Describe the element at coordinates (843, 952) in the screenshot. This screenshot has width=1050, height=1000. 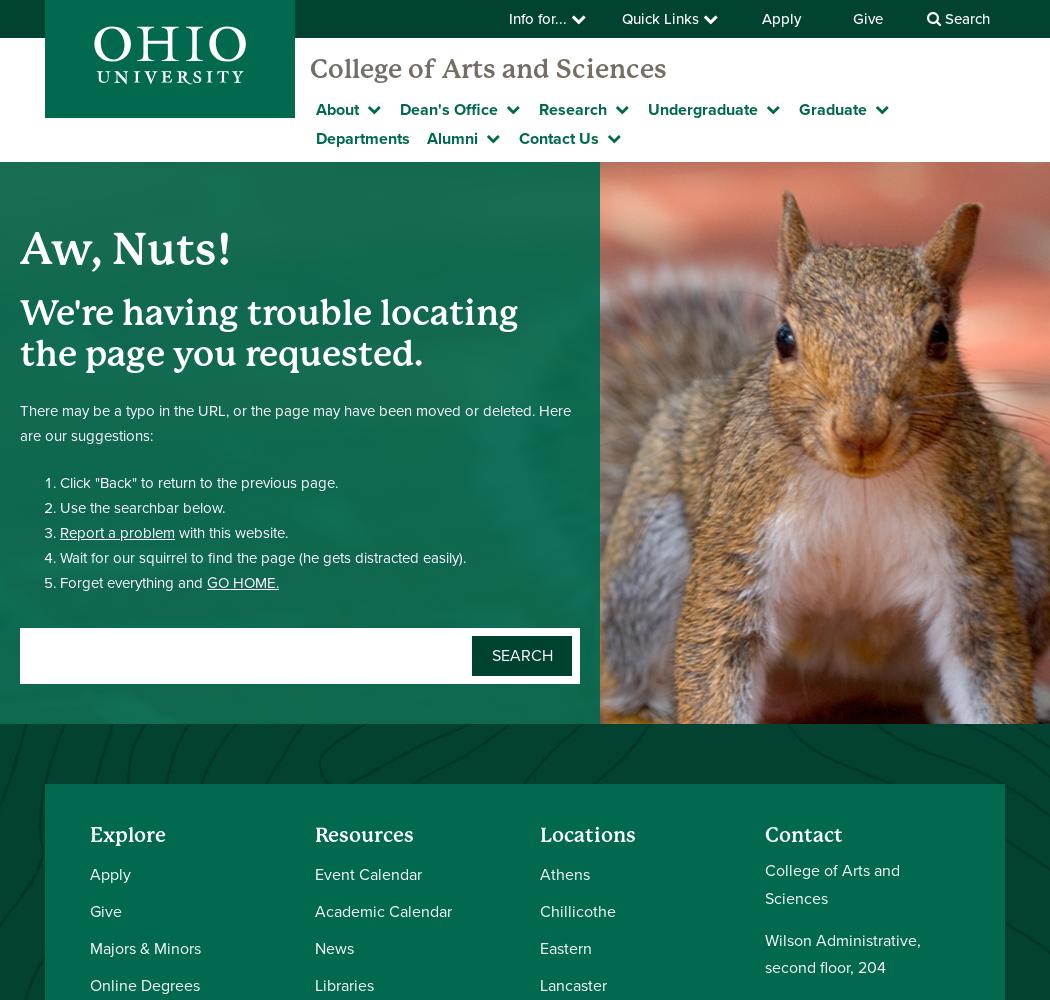
I see `'Wilson Administrative, second floor, 204'` at that location.